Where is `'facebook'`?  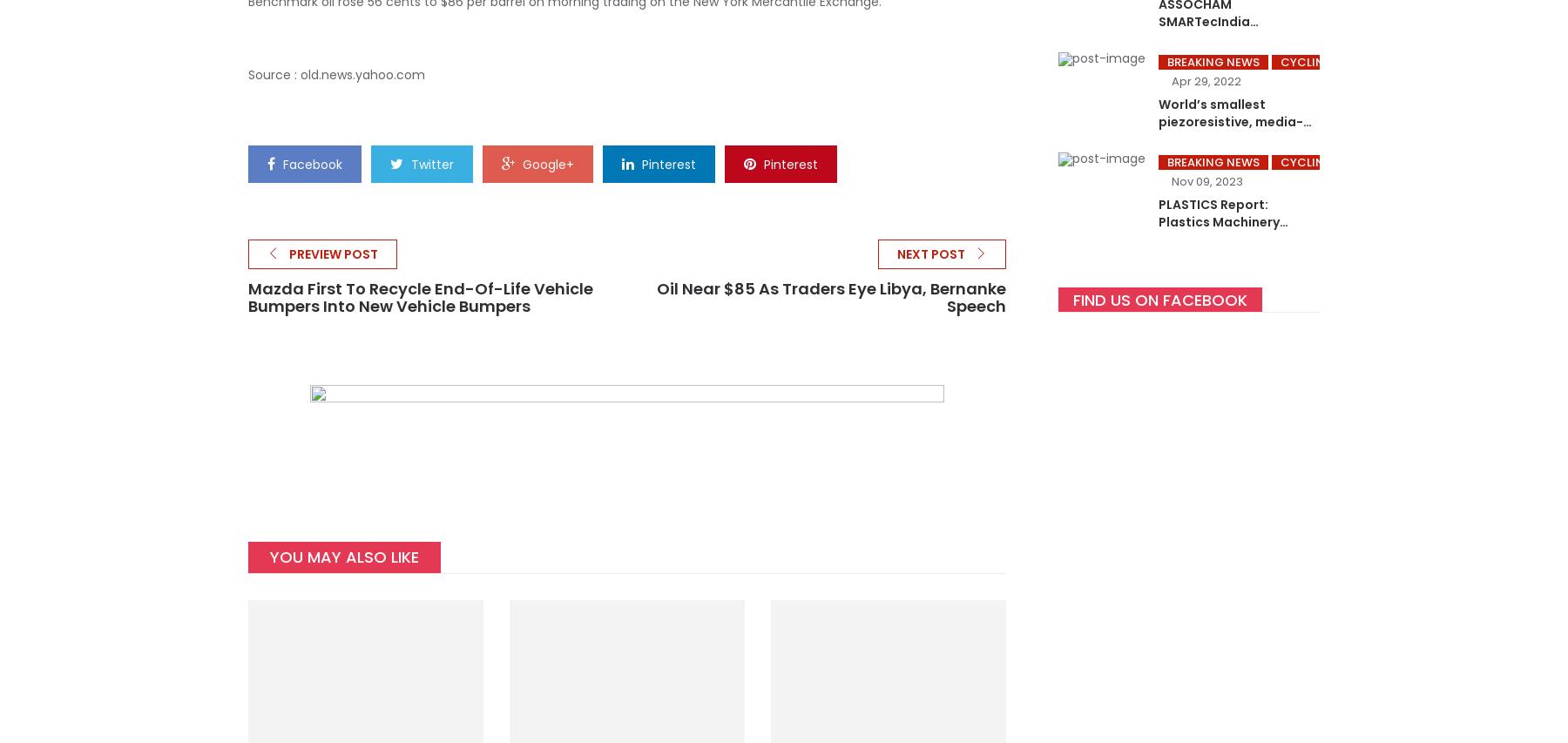
'facebook' is located at coordinates (312, 165).